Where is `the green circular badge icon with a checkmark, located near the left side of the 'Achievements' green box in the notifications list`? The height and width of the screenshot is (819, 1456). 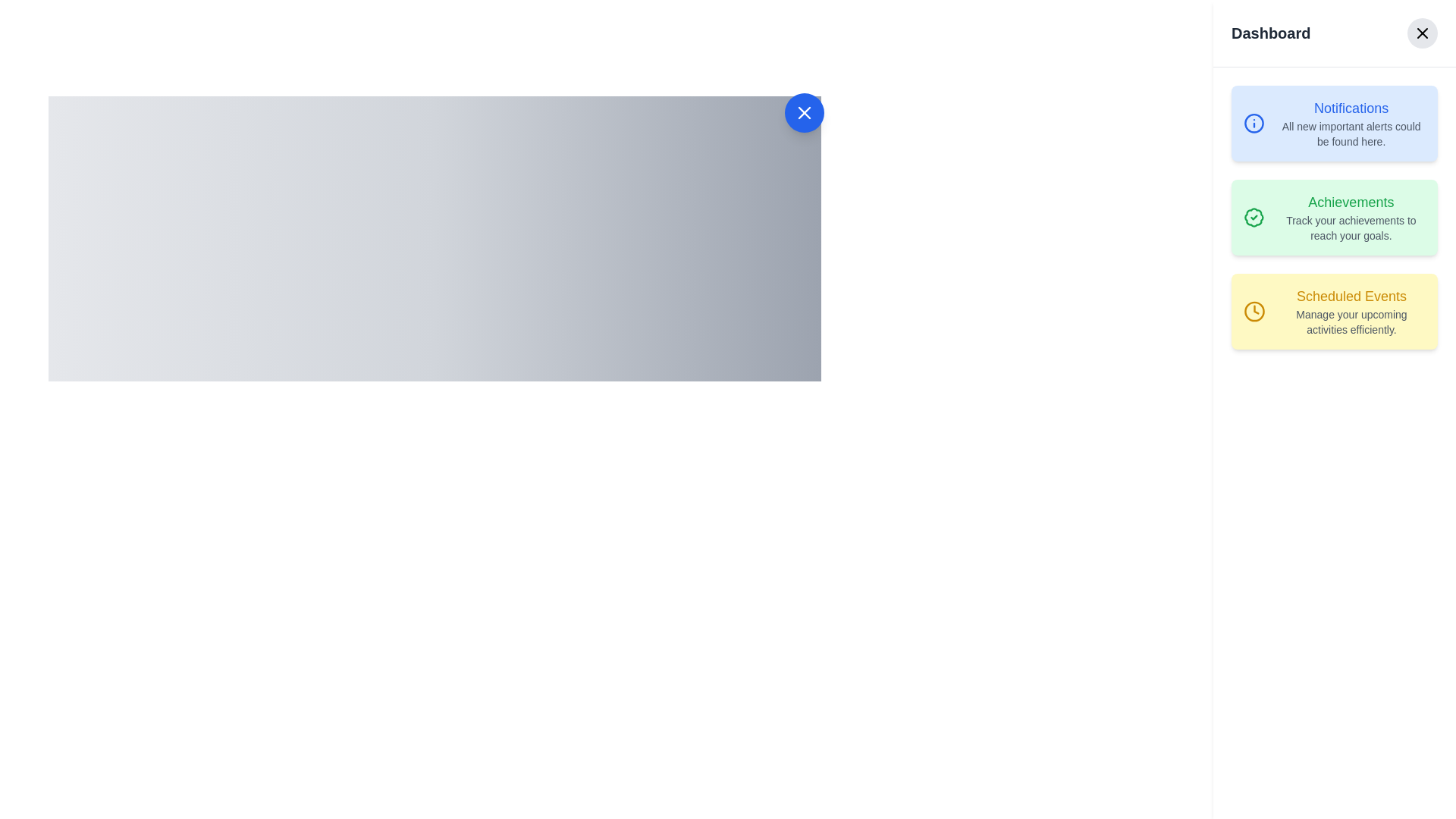
the green circular badge icon with a checkmark, located near the left side of the 'Achievements' green box in the notifications list is located at coordinates (1254, 217).